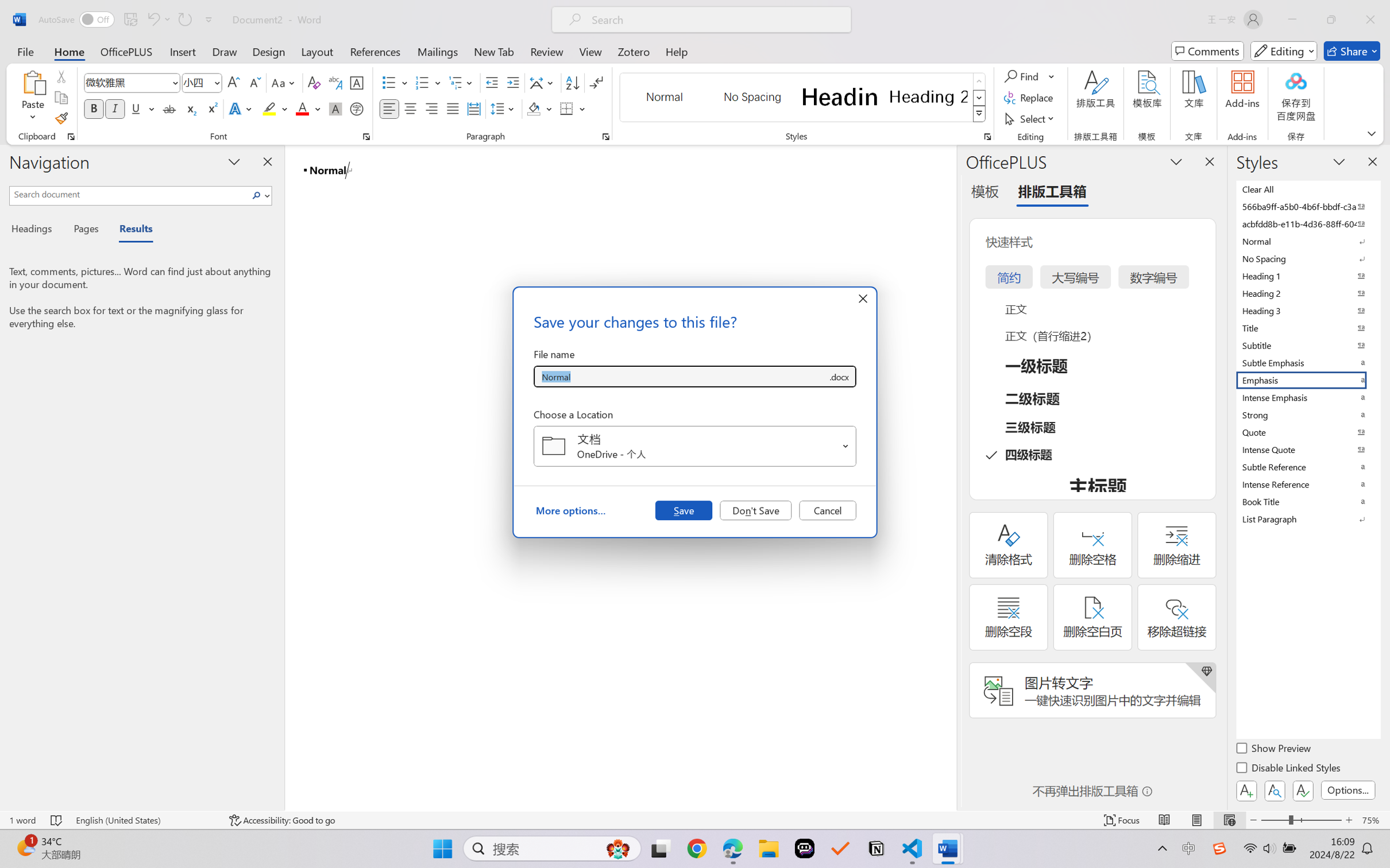 The width and height of the screenshot is (1390, 868). Describe the element at coordinates (152, 19) in the screenshot. I see `'Undo Style'` at that location.